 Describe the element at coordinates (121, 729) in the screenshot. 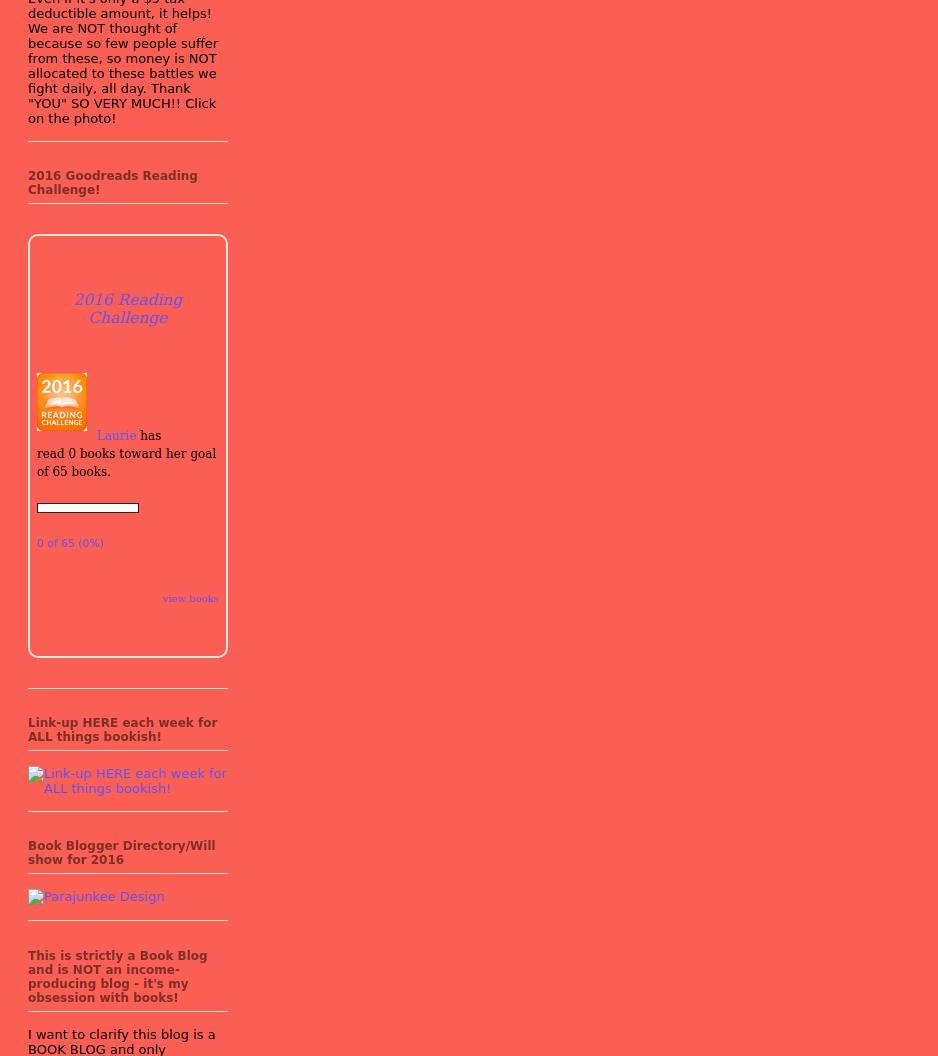

I see `'Link-up HERE each week for ALL things bookish!'` at that location.